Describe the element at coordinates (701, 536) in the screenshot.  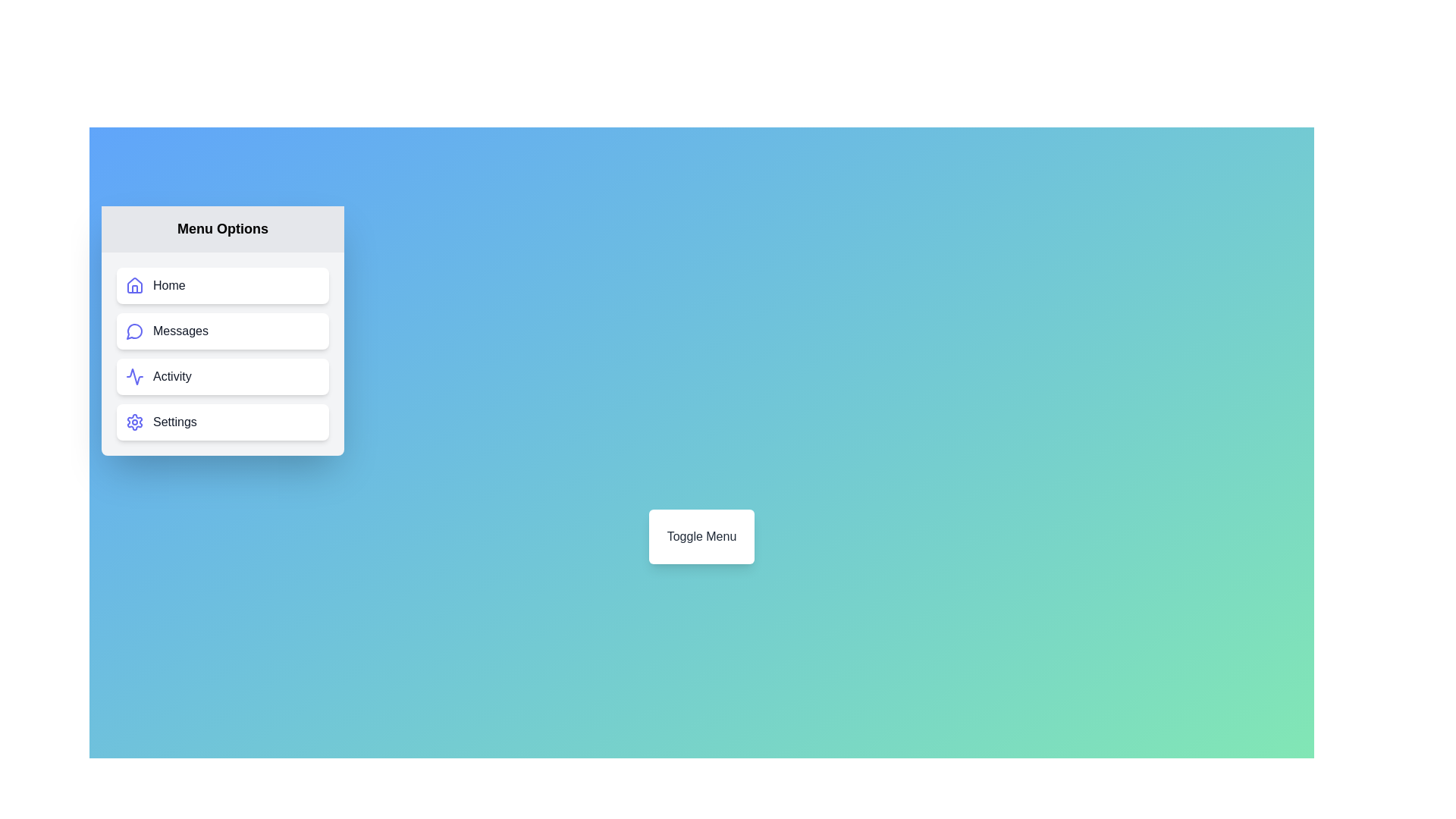
I see `the 'Toggle Menu' button to toggle the menu visibility` at that location.